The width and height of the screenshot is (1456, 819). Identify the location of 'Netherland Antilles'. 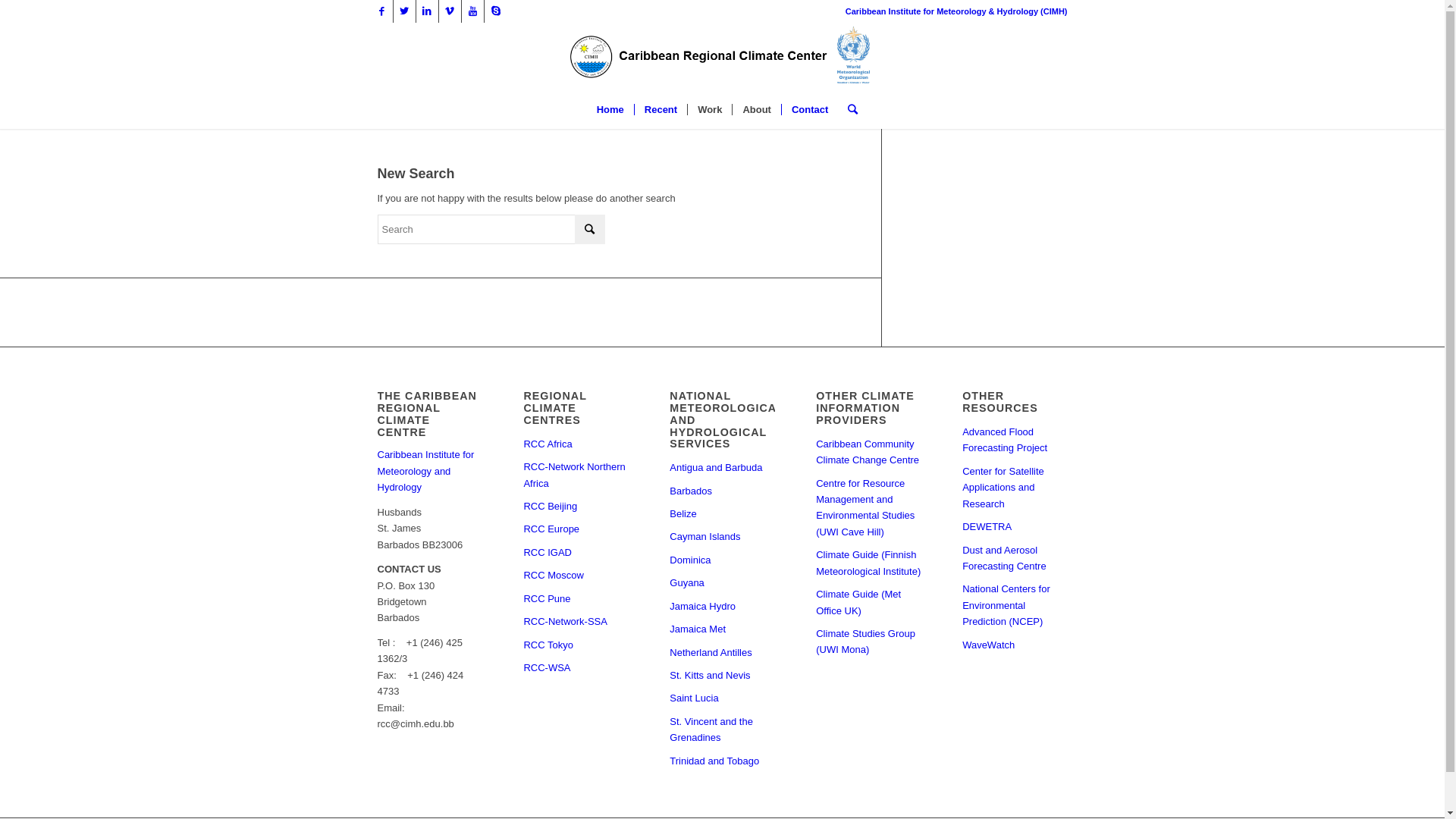
(720, 651).